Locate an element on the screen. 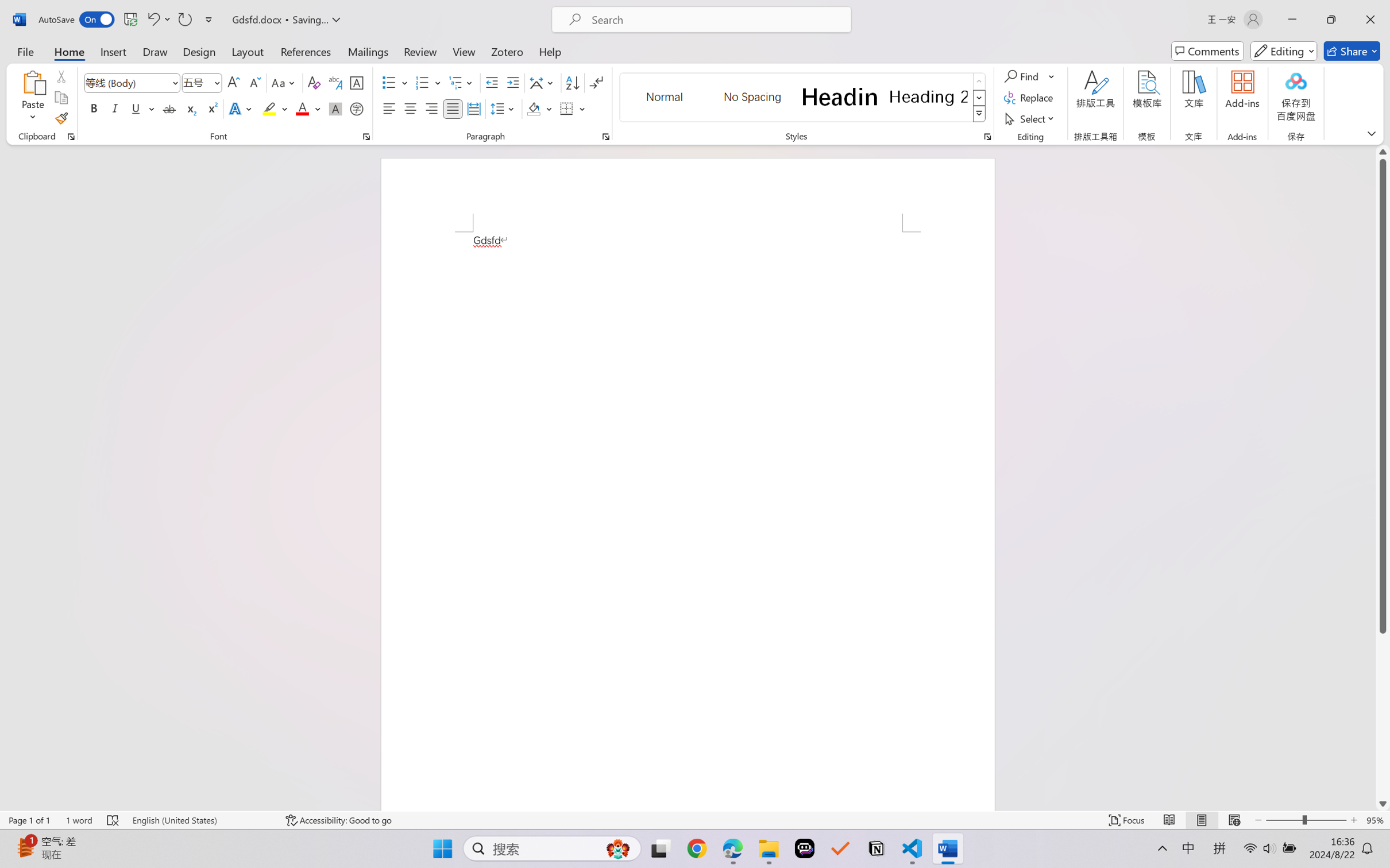 This screenshot has width=1390, height=868. 'Microsoft search' is located at coordinates (716, 19).